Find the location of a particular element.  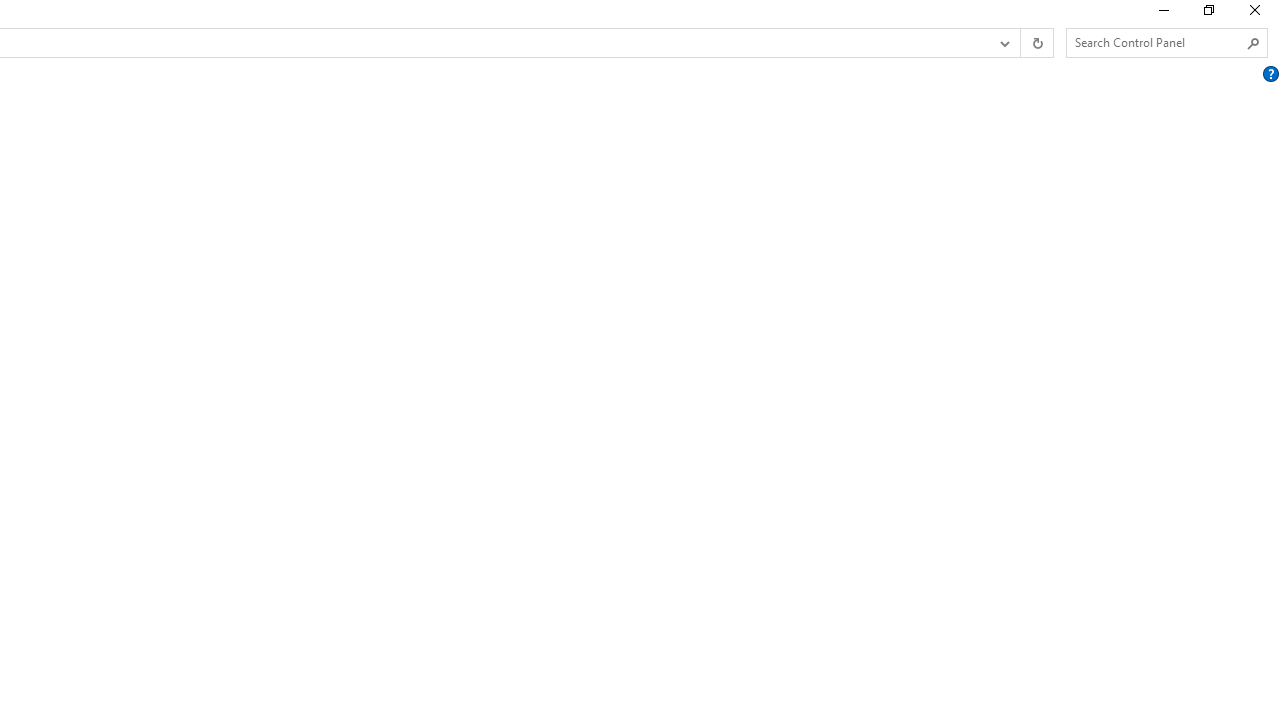

'Refresh "Security and Maintenance" (F5)' is located at coordinates (1036, 43).